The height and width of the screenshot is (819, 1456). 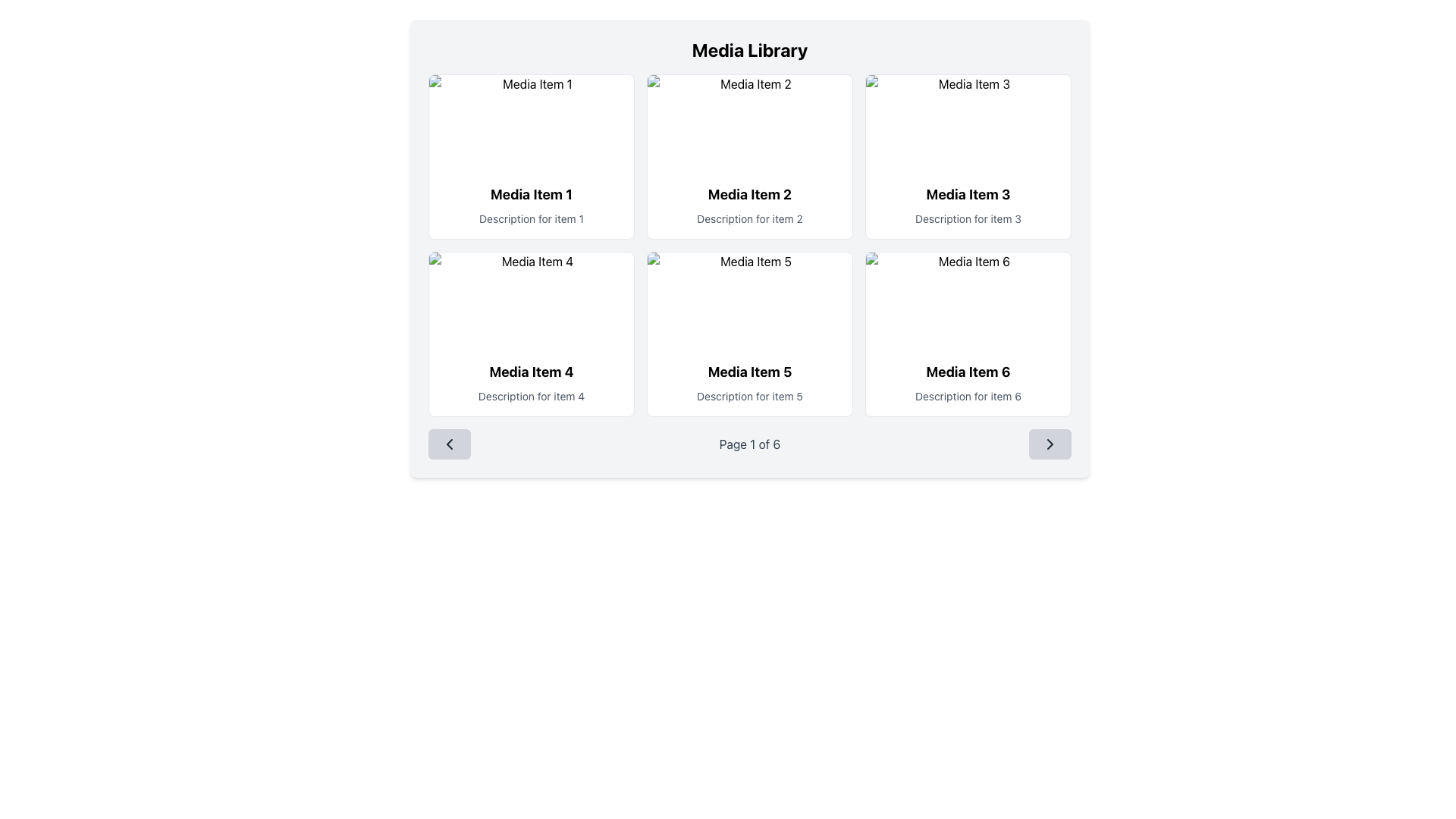 I want to click on the 'Next' icon located at the bottom right of the interface, which is part of a button for advancing pages in the media gallery, so click(x=1050, y=444).